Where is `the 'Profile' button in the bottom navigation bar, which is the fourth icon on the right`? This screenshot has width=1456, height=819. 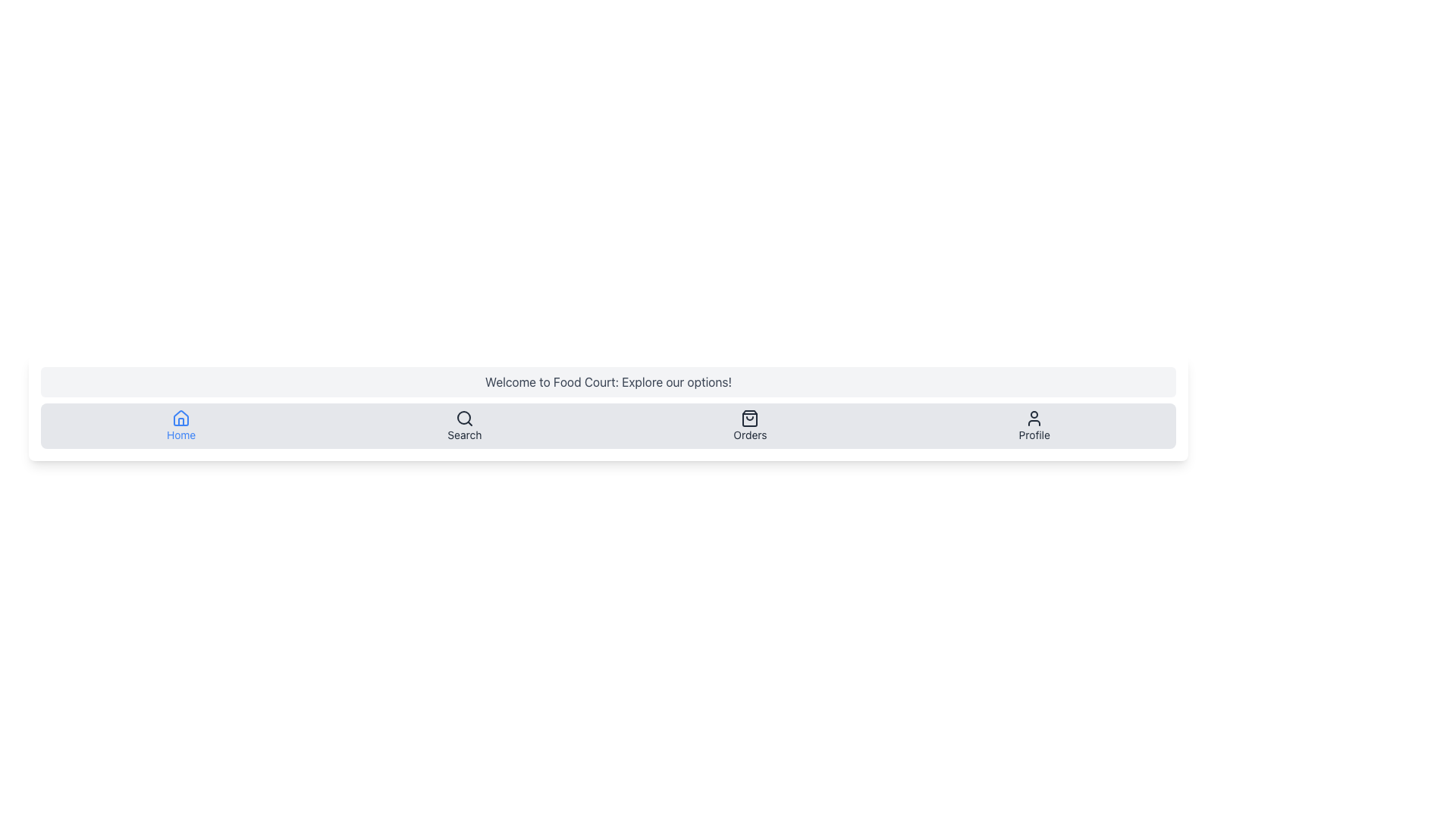 the 'Profile' button in the bottom navigation bar, which is the fourth icon on the right is located at coordinates (1034, 426).